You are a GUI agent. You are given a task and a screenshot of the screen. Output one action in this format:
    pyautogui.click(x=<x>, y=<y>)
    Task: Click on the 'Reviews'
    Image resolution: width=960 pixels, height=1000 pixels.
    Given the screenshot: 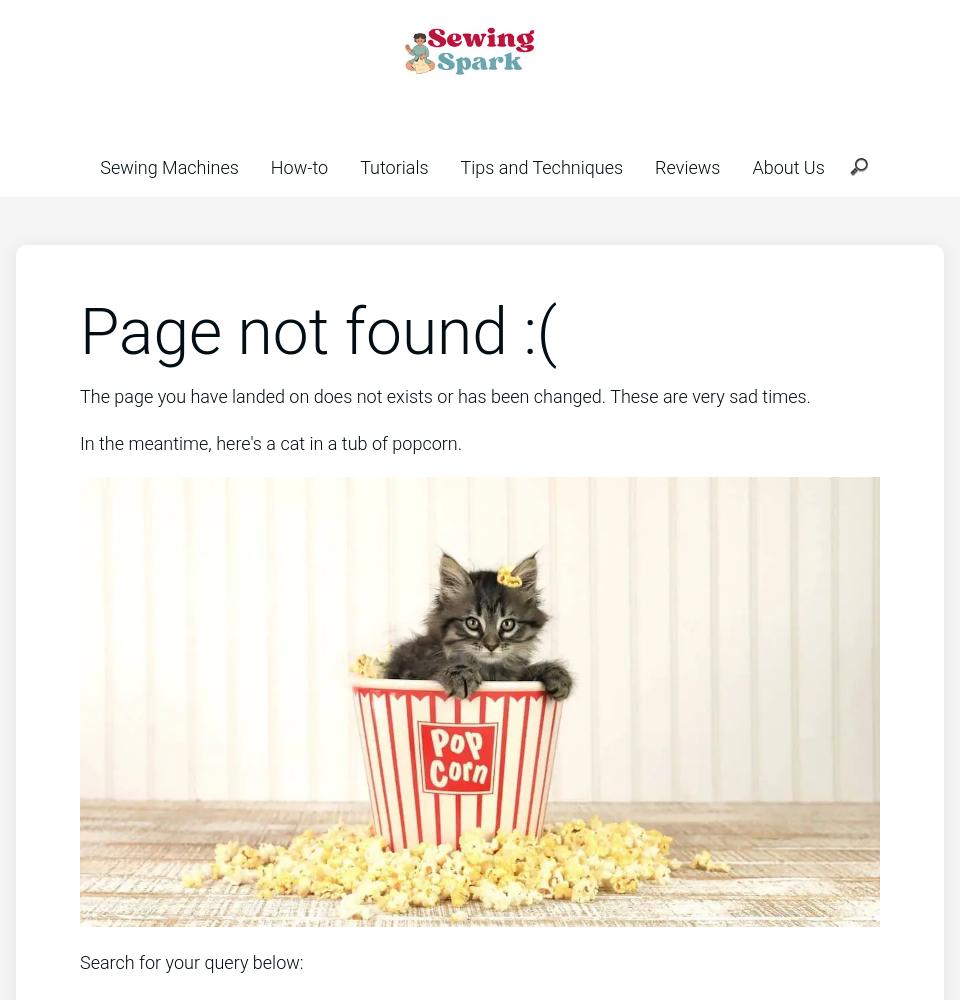 What is the action you would take?
    pyautogui.click(x=654, y=167)
    